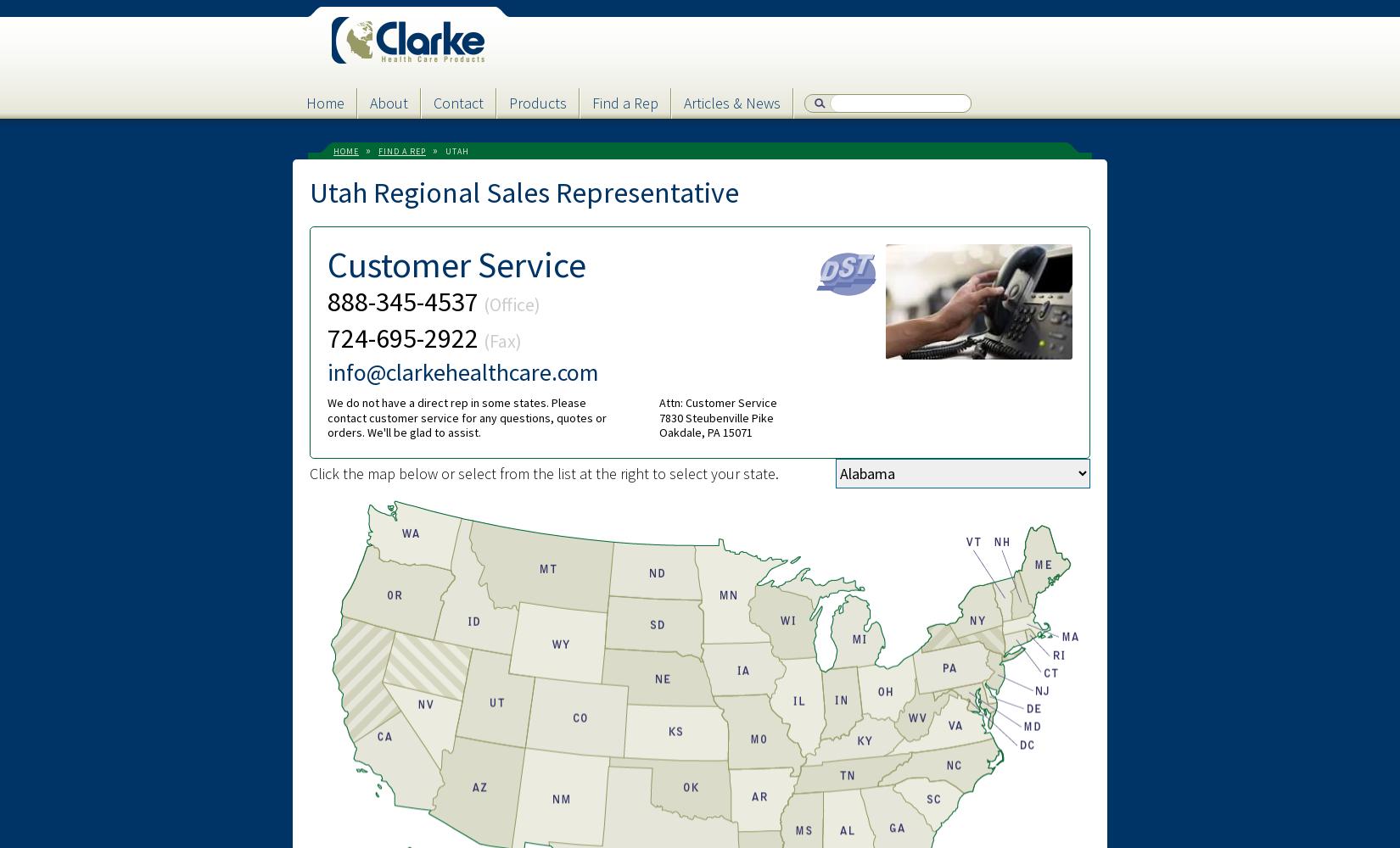  I want to click on 'Click the map below or select from the list at the right to select your state.', so click(543, 472).